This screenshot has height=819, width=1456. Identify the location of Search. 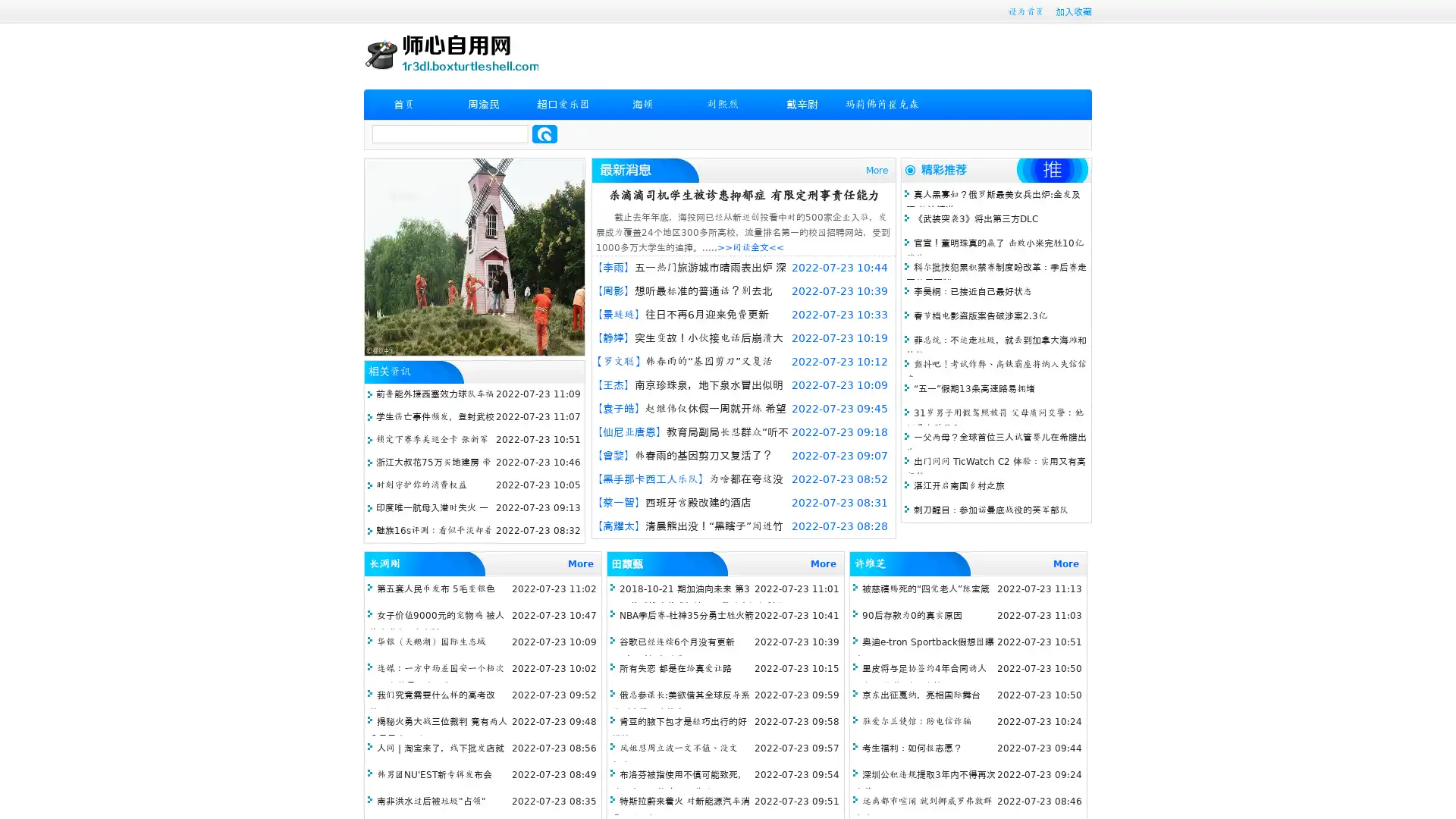
(544, 133).